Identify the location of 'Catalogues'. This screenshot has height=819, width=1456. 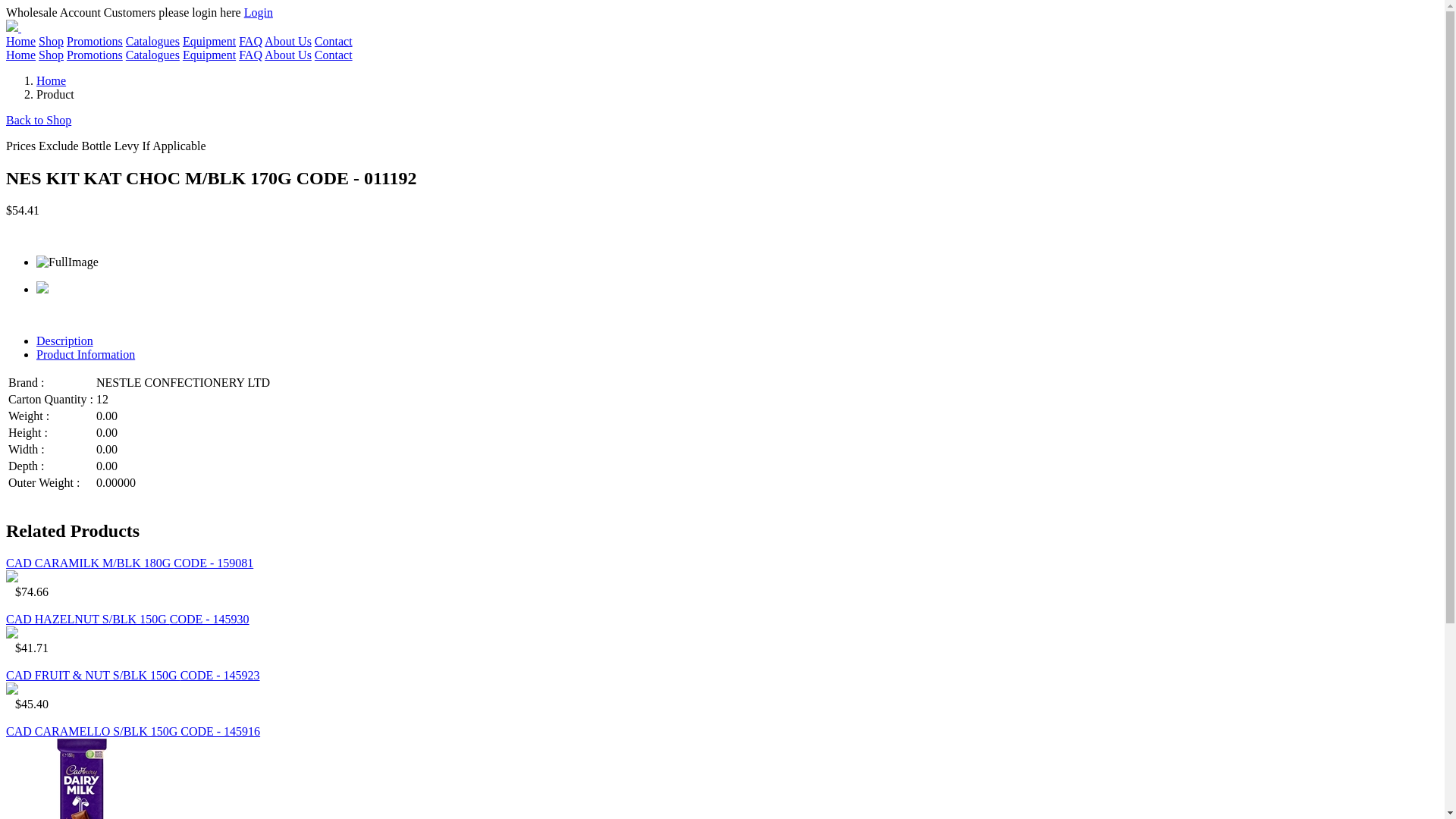
(152, 54).